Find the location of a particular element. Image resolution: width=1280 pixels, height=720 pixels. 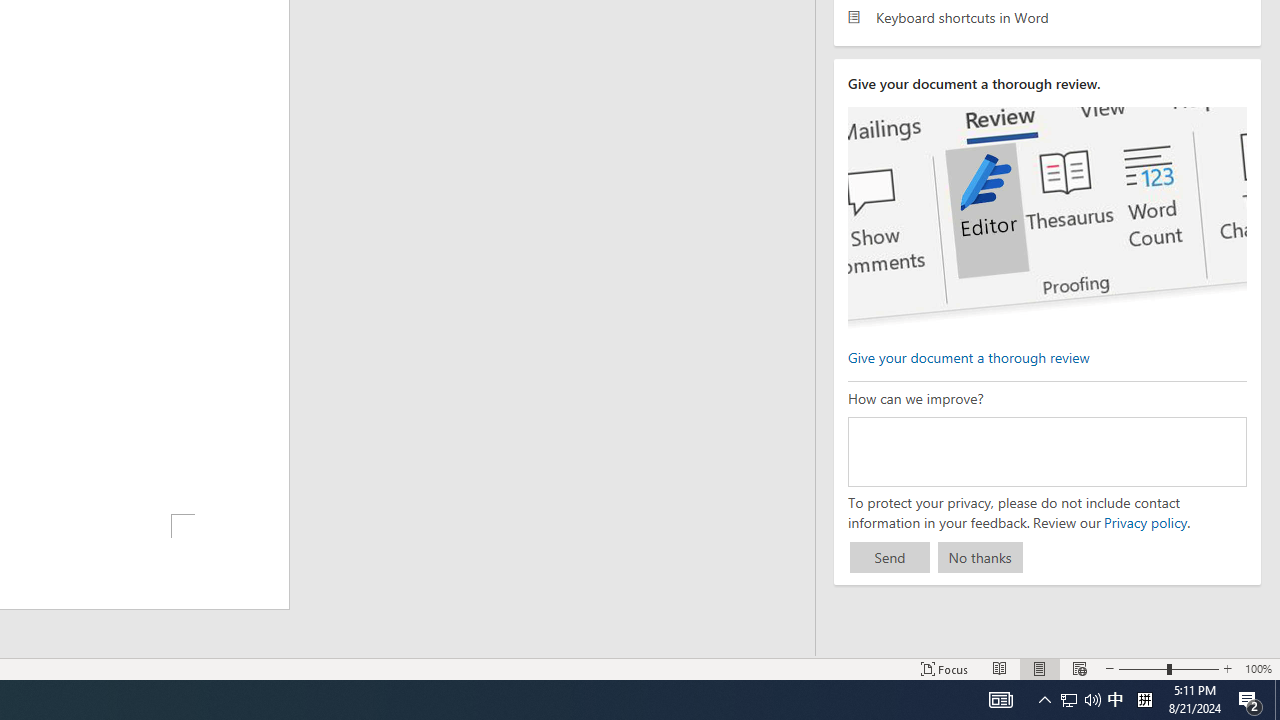

'Zoom' is located at coordinates (1168, 669).